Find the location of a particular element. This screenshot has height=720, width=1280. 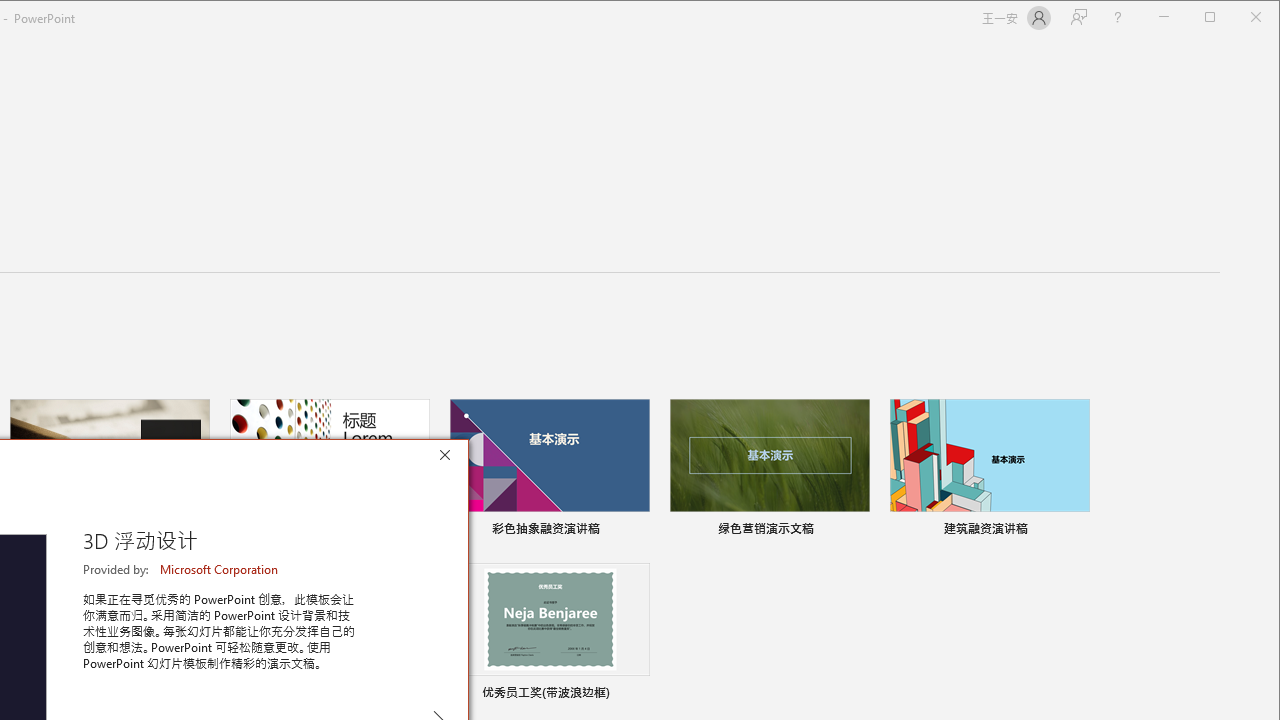

'Microsoft Corporation' is located at coordinates (220, 569).